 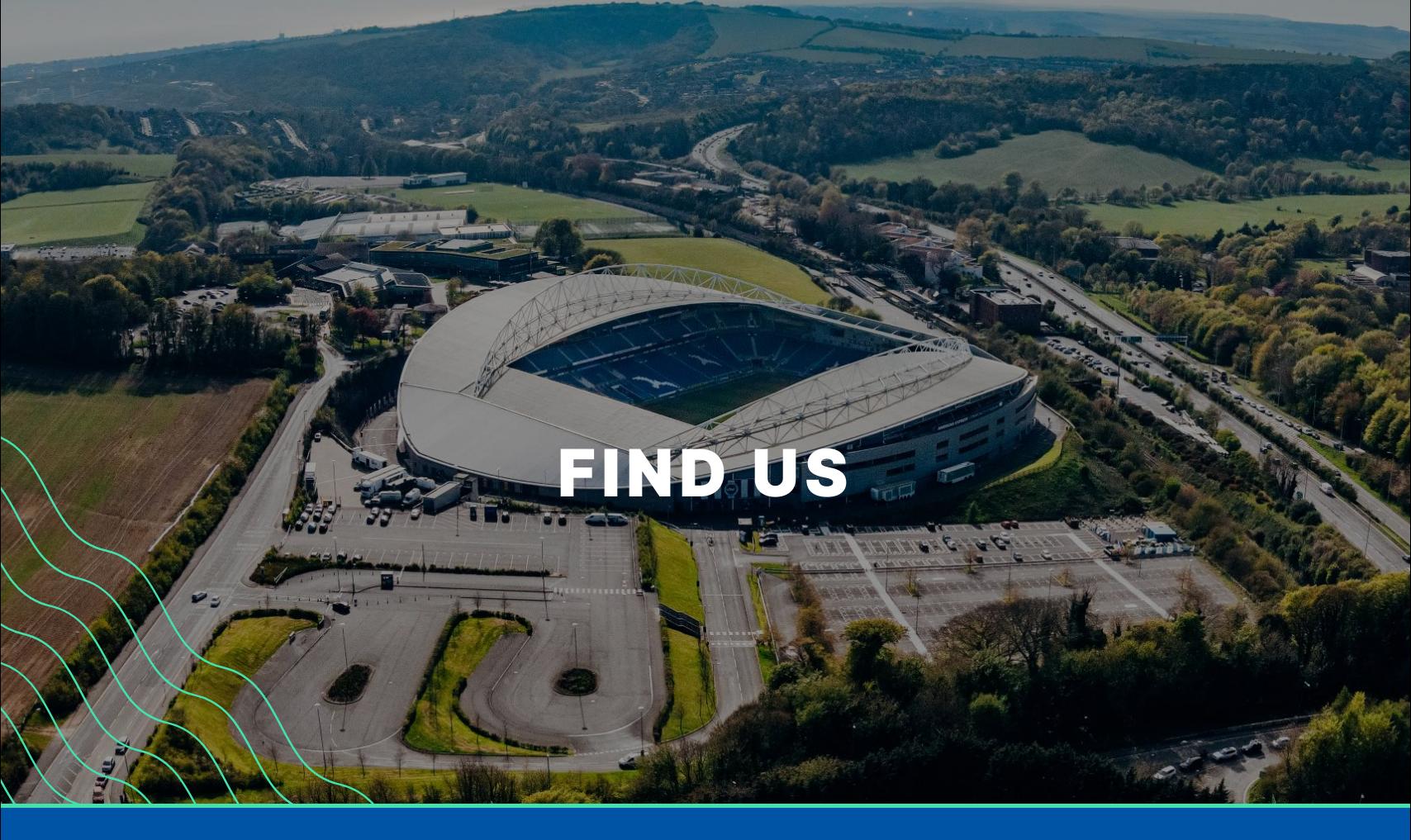 What do you see at coordinates (973, 182) in the screenshot?
I see `'Find Us'` at bounding box center [973, 182].